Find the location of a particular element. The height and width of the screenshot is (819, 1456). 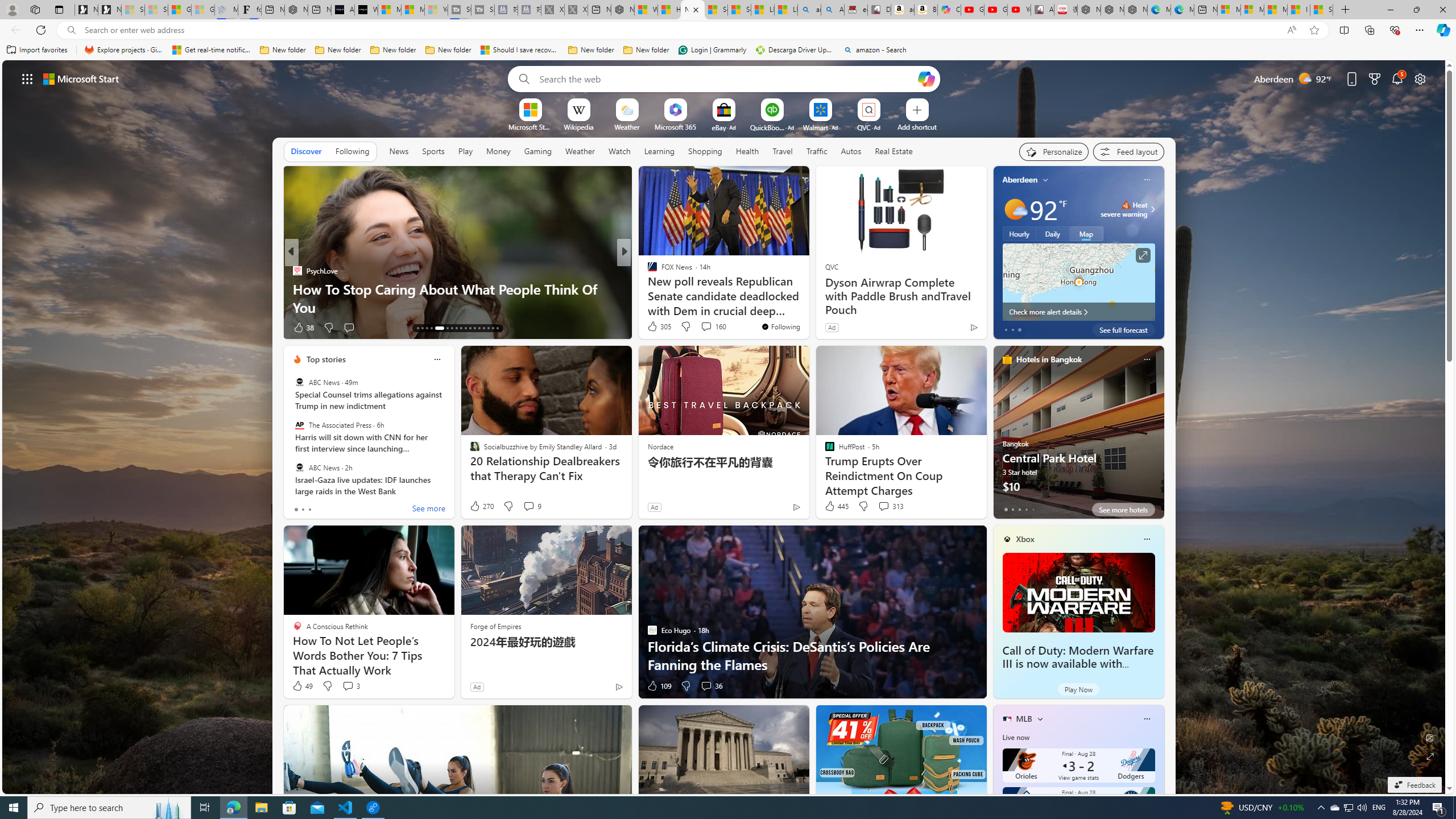

'Washington Examiner' is located at coordinates (647, 270).